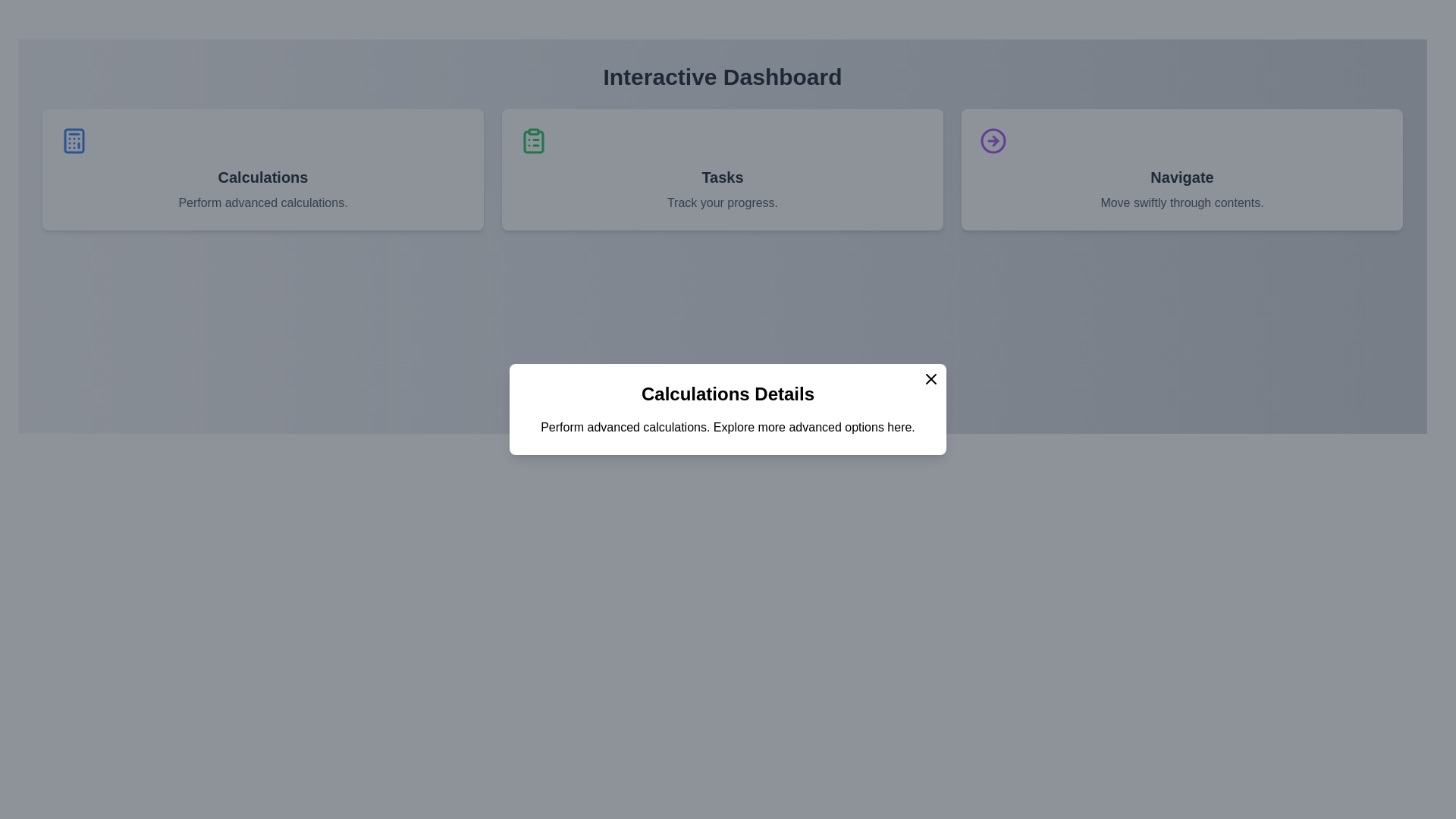 The height and width of the screenshot is (819, 1456). What do you see at coordinates (930, 378) in the screenshot?
I see `the close button with an 'X' icon located in the top-right corner of the 'Calculations Details' dialog box` at bounding box center [930, 378].